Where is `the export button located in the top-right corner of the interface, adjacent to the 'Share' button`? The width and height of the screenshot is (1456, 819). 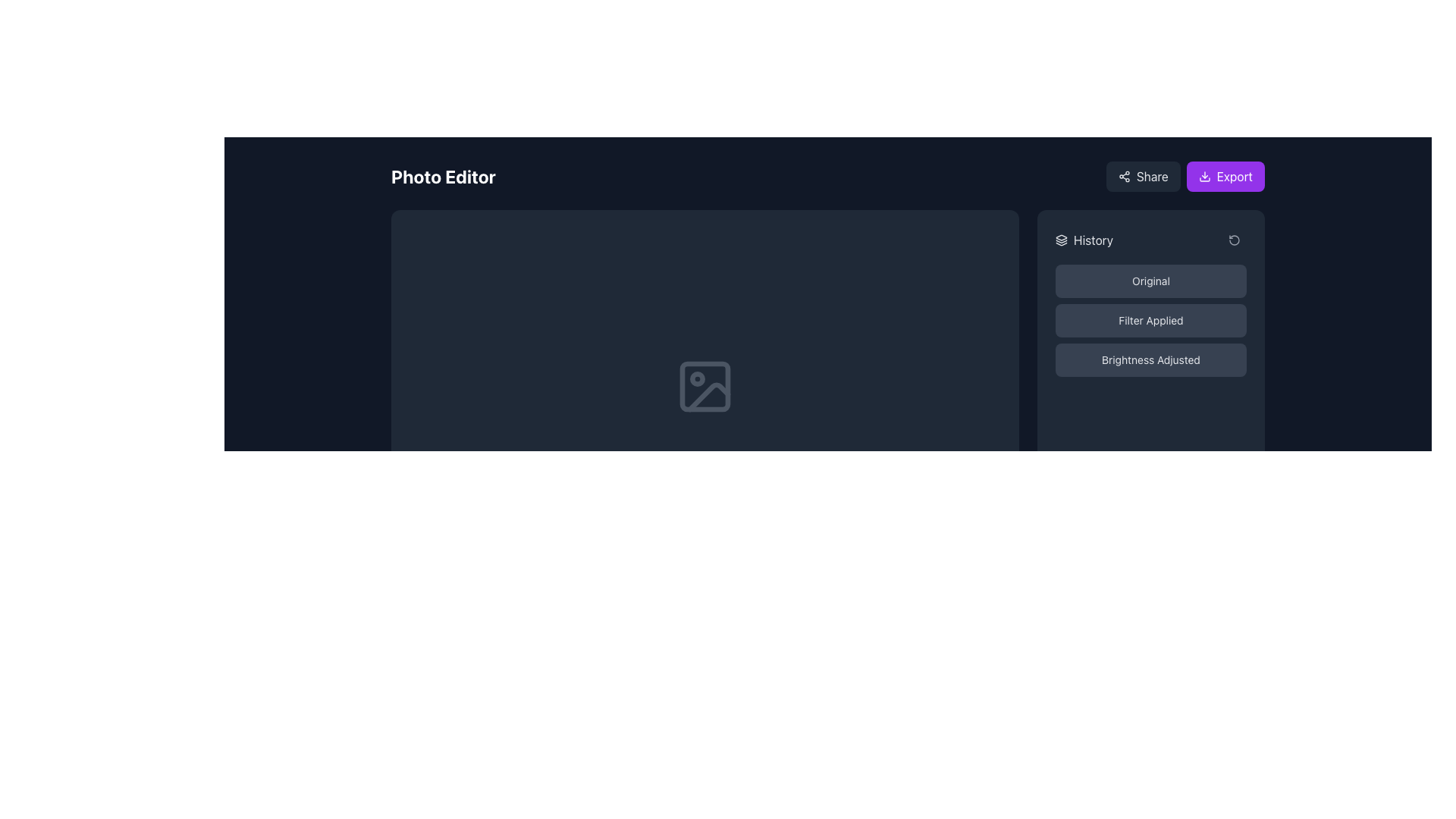
the export button located in the top-right corner of the interface, adjacent to the 'Share' button is located at coordinates (1225, 175).